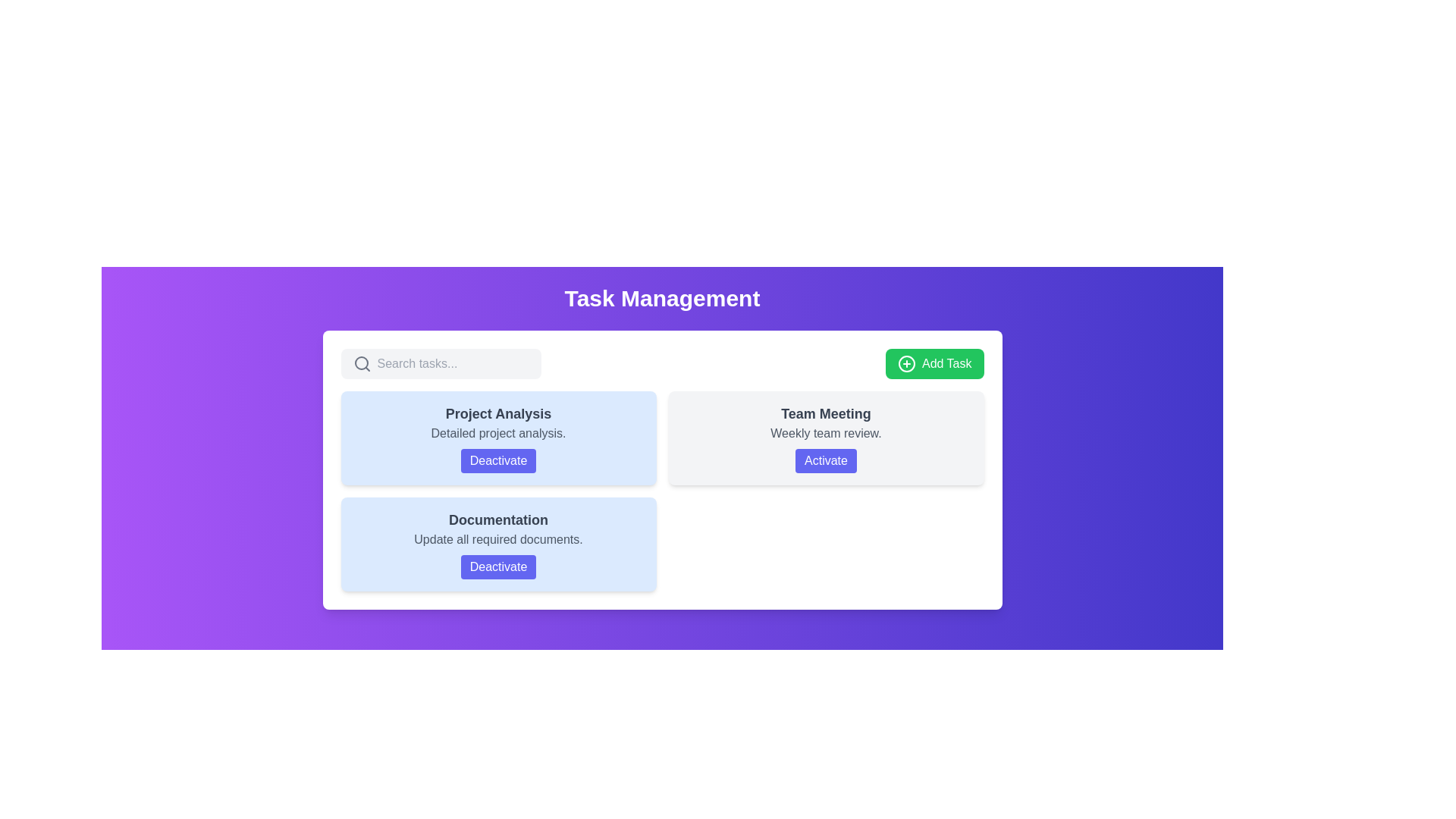  I want to click on the 'Deactivate' button located in the 'Documentation' section, so click(498, 567).